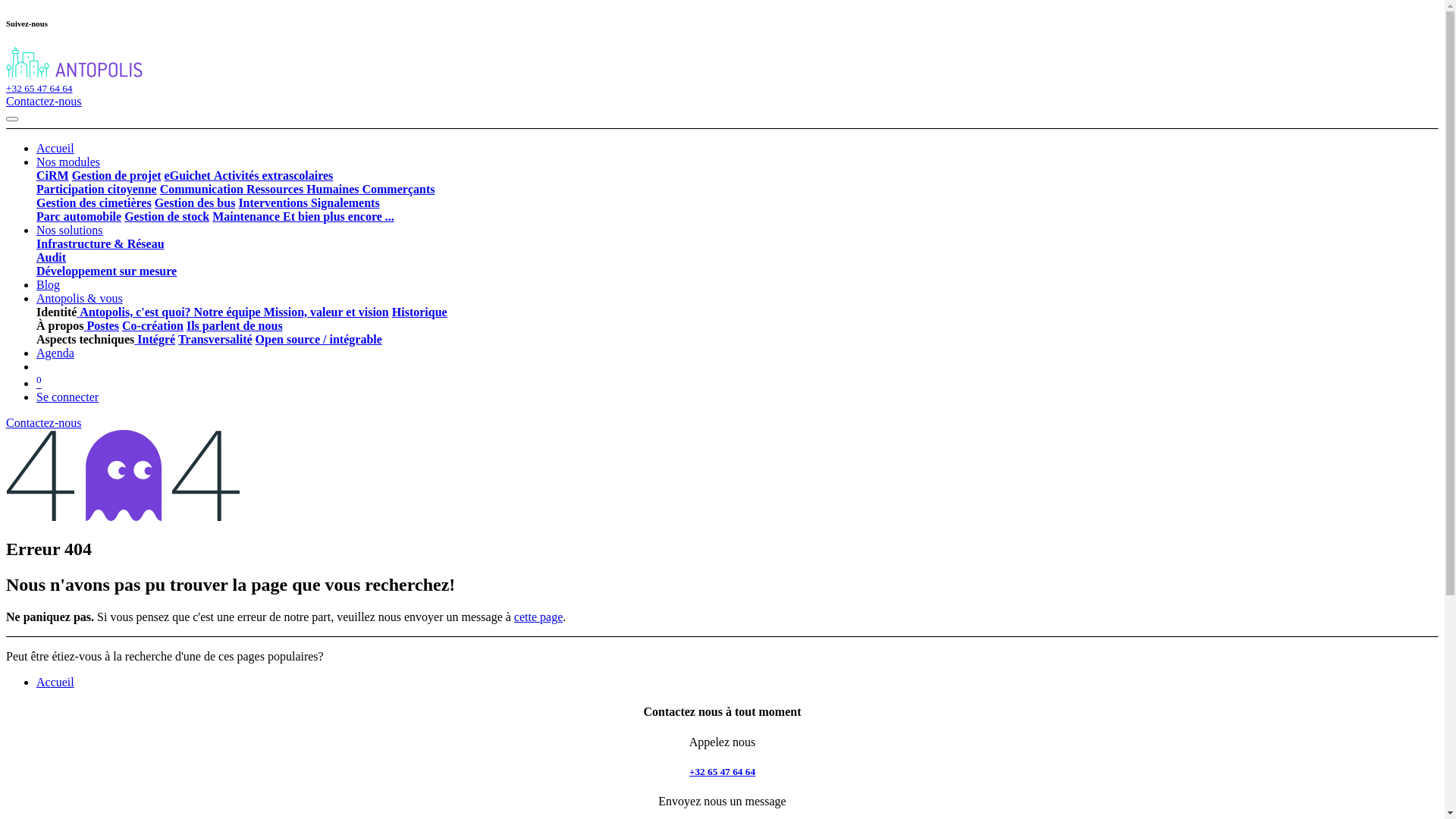 The width and height of the screenshot is (1456, 819). I want to click on 'Nos solutions', so click(68, 230).